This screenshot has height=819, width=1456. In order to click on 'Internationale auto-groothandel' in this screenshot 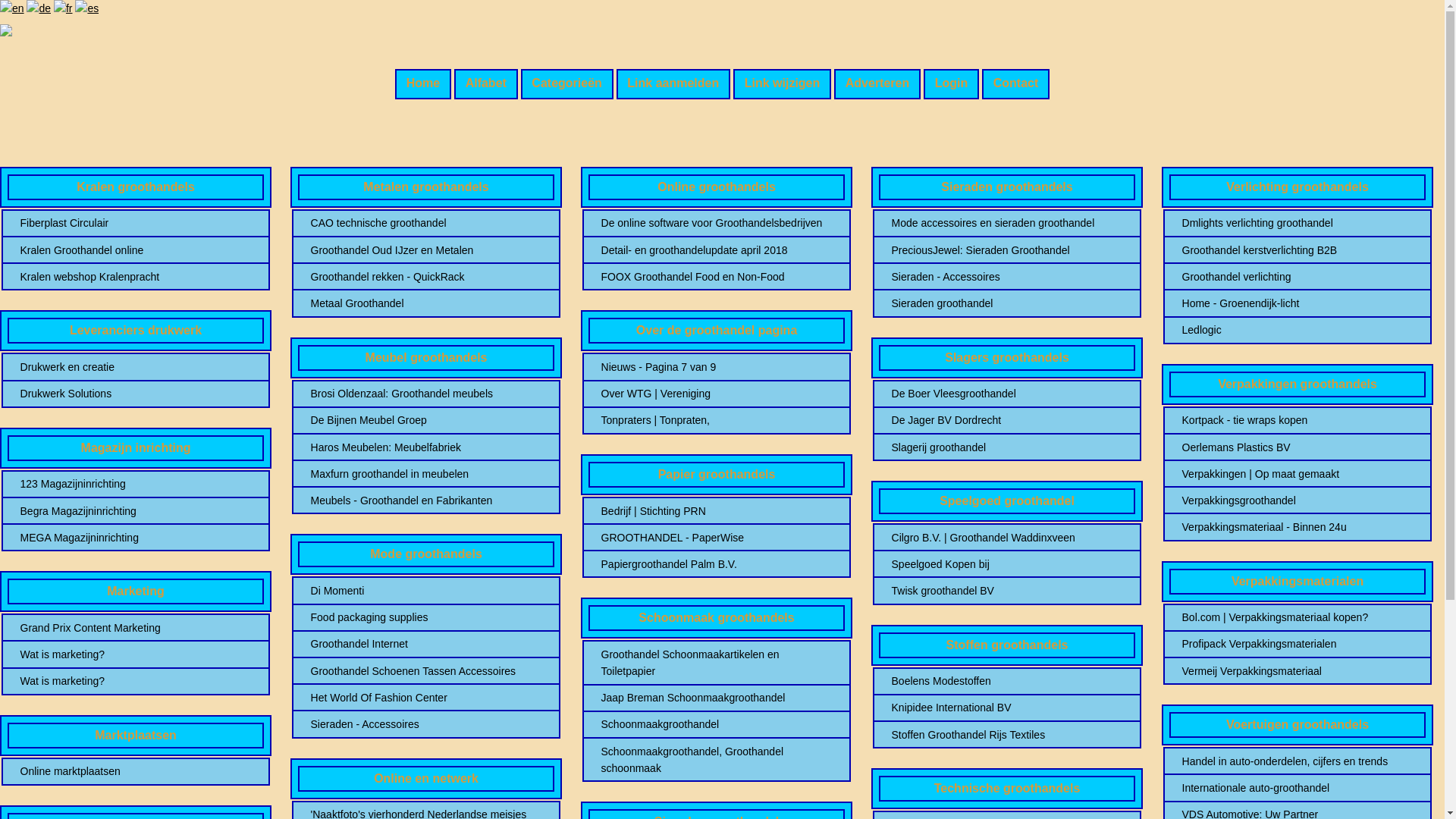, I will do `click(1297, 786)`.